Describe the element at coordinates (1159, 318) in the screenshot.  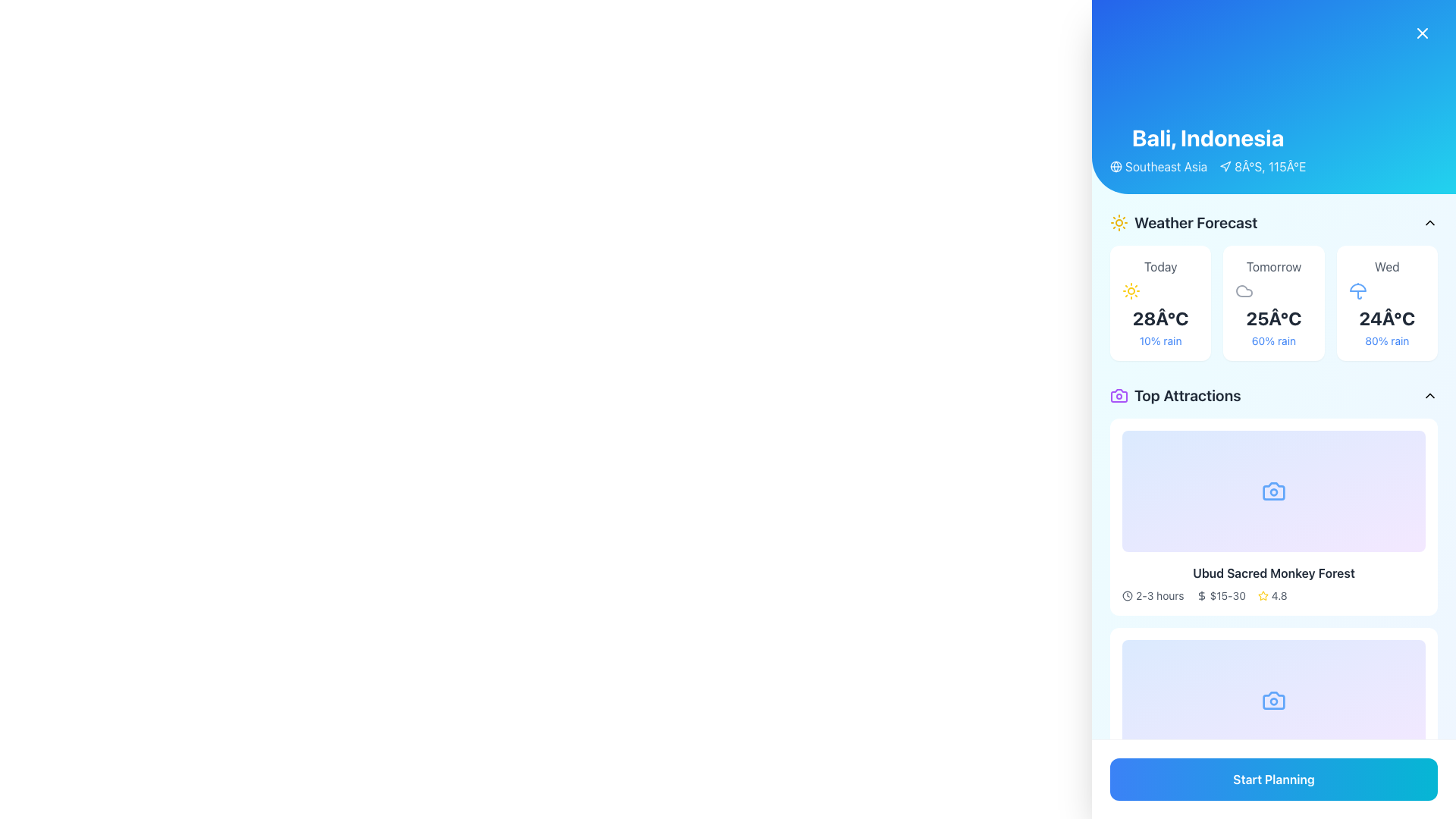
I see `the temperature forecast text label located in the center of the 'Today' card in the weather forecast section` at that location.